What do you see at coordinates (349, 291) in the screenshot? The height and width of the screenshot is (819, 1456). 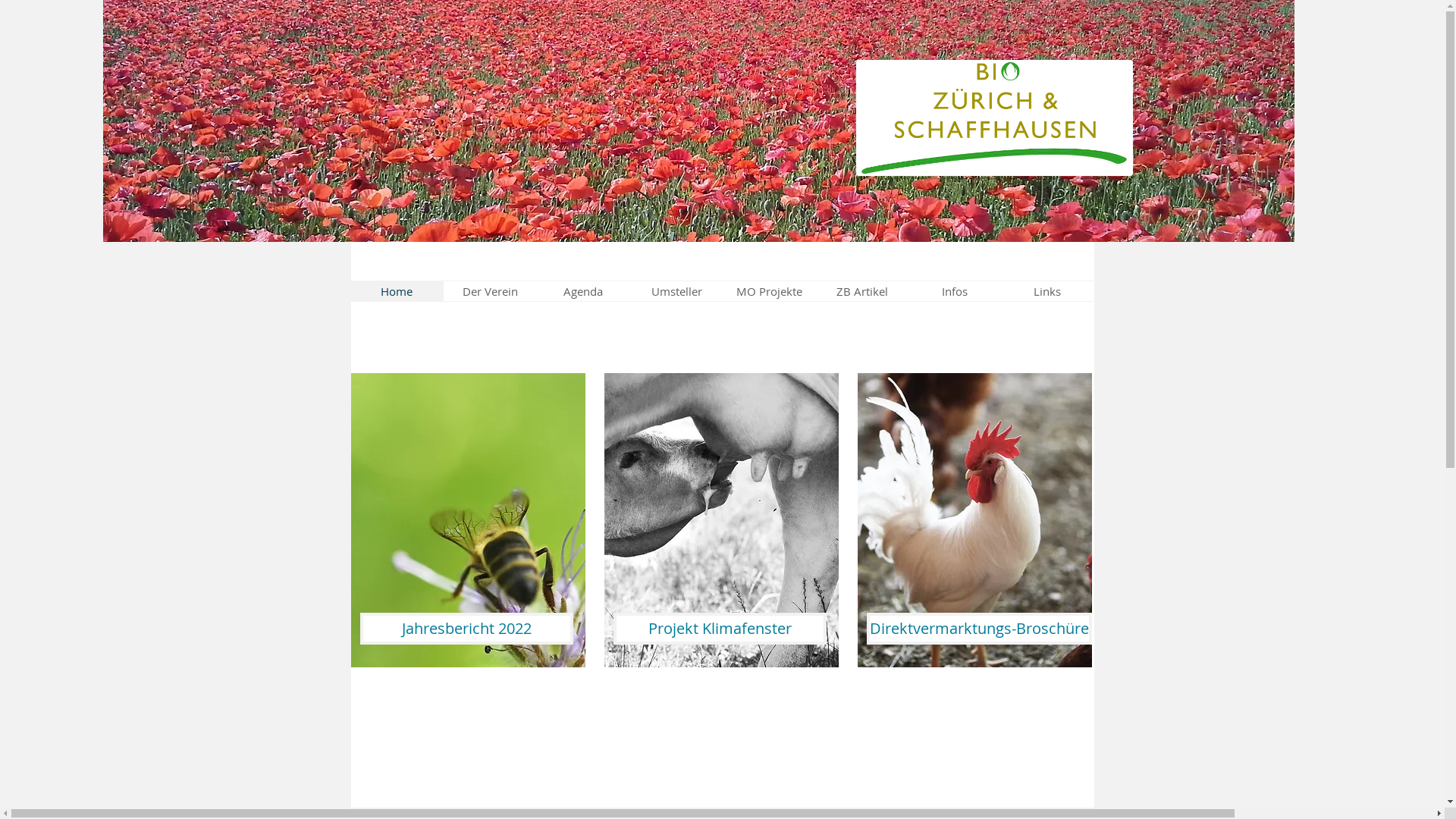 I see `'Home'` at bounding box center [349, 291].